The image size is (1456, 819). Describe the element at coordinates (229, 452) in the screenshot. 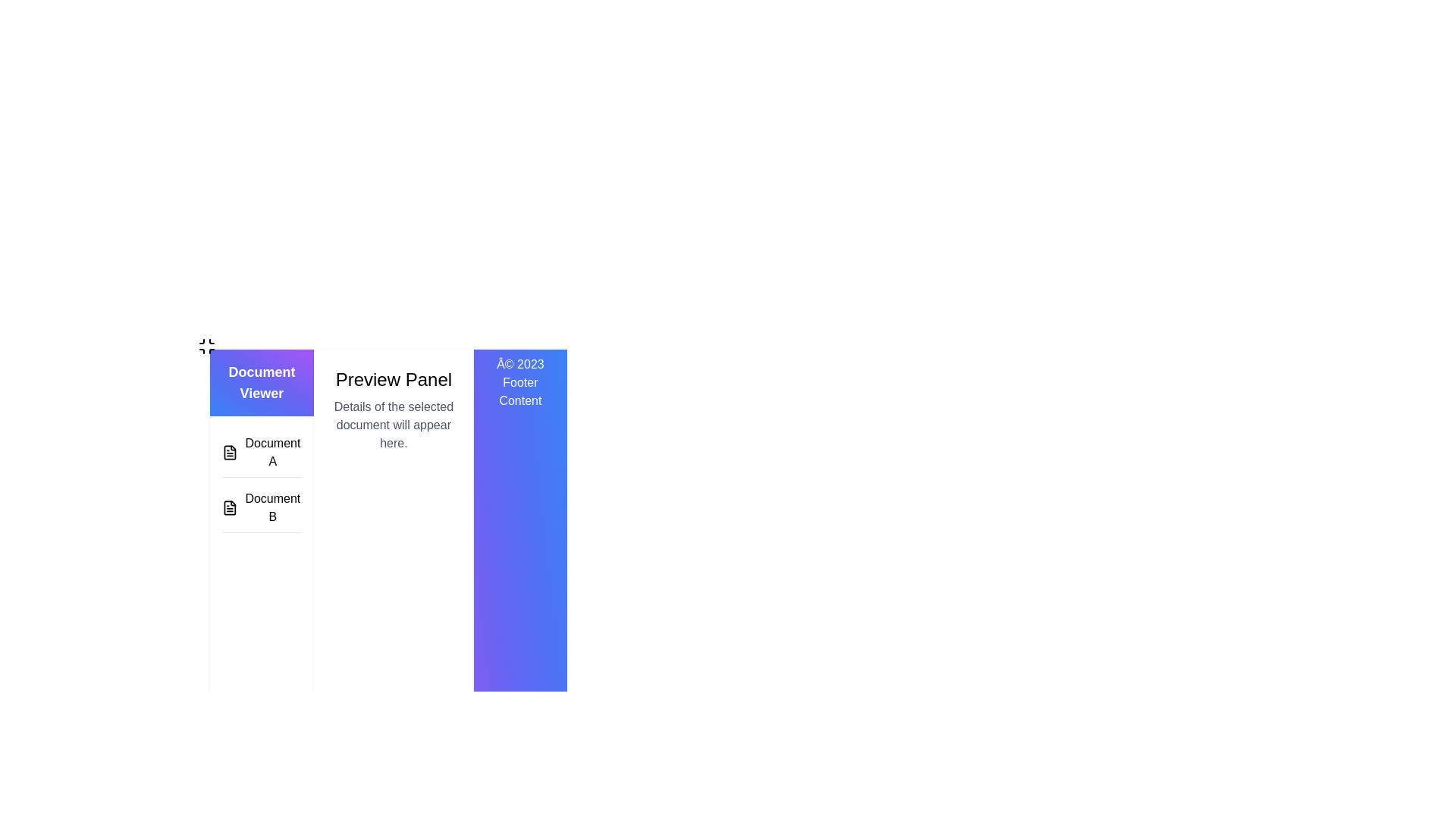

I see `the document icon labeled 'Document A'` at that location.